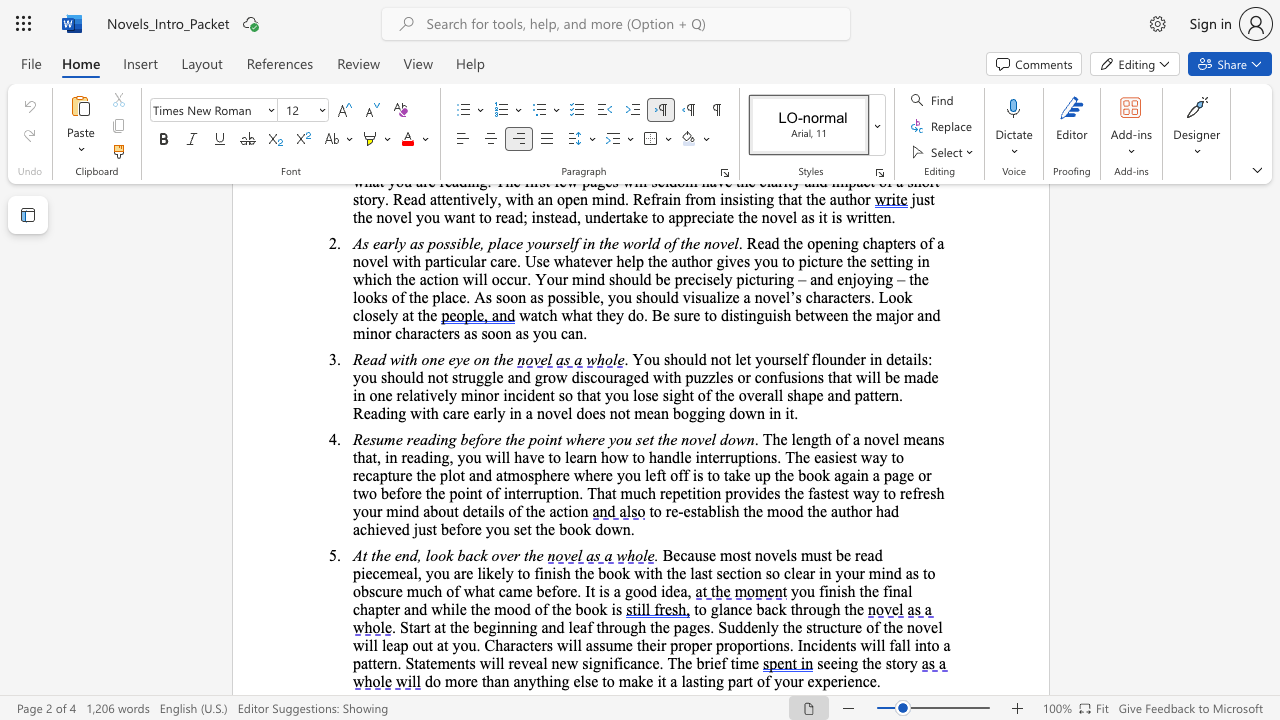 This screenshot has width=1280, height=720. Describe the element at coordinates (778, 555) in the screenshot. I see `the subset text "els must" within the text "Because most novels must be read piecemeal, you are likely to finish the book with the last section so clear in your mind as to obscure much of what came before. It is"` at that location.